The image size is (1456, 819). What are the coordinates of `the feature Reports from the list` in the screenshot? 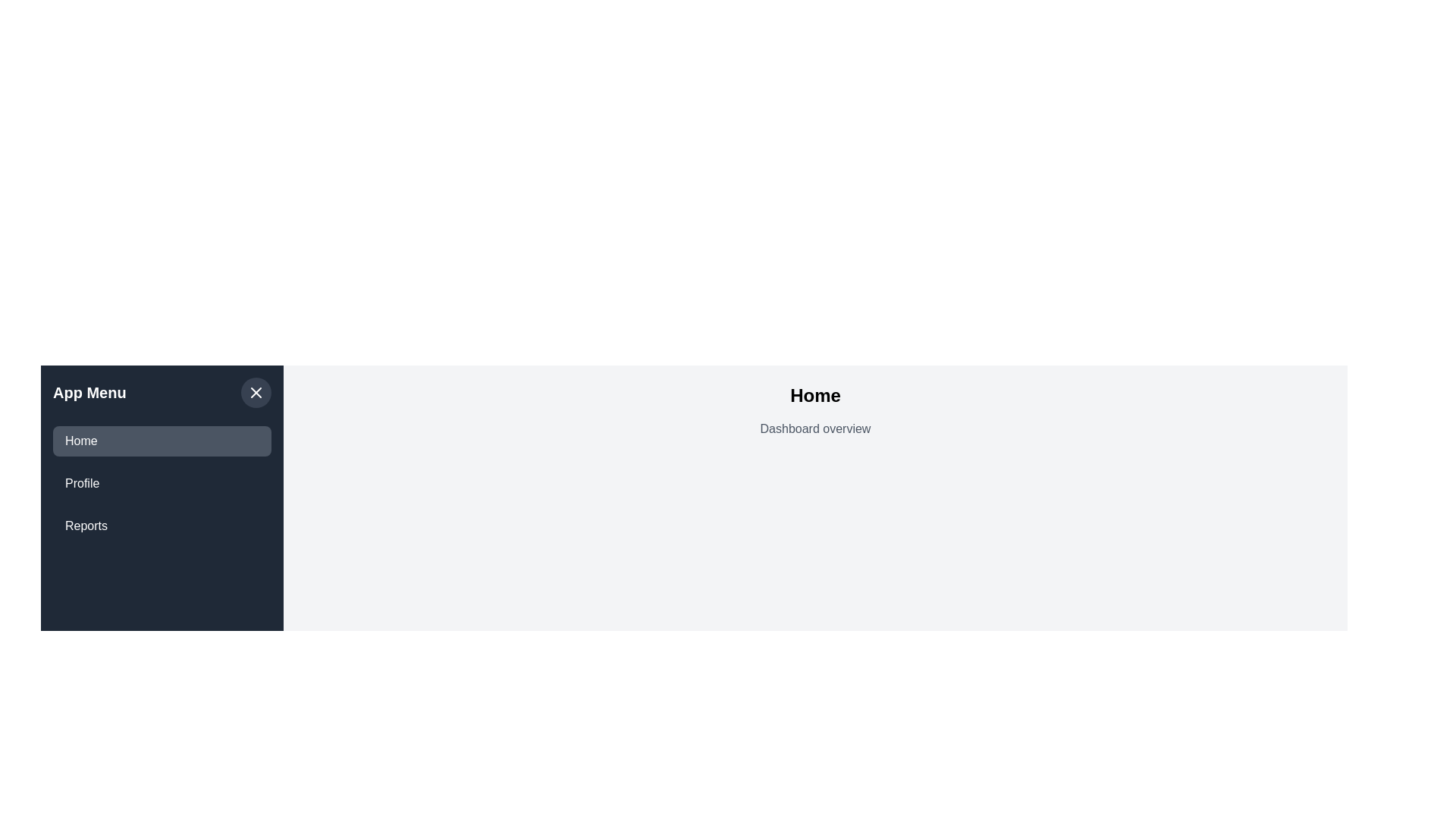 It's located at (162, 526).